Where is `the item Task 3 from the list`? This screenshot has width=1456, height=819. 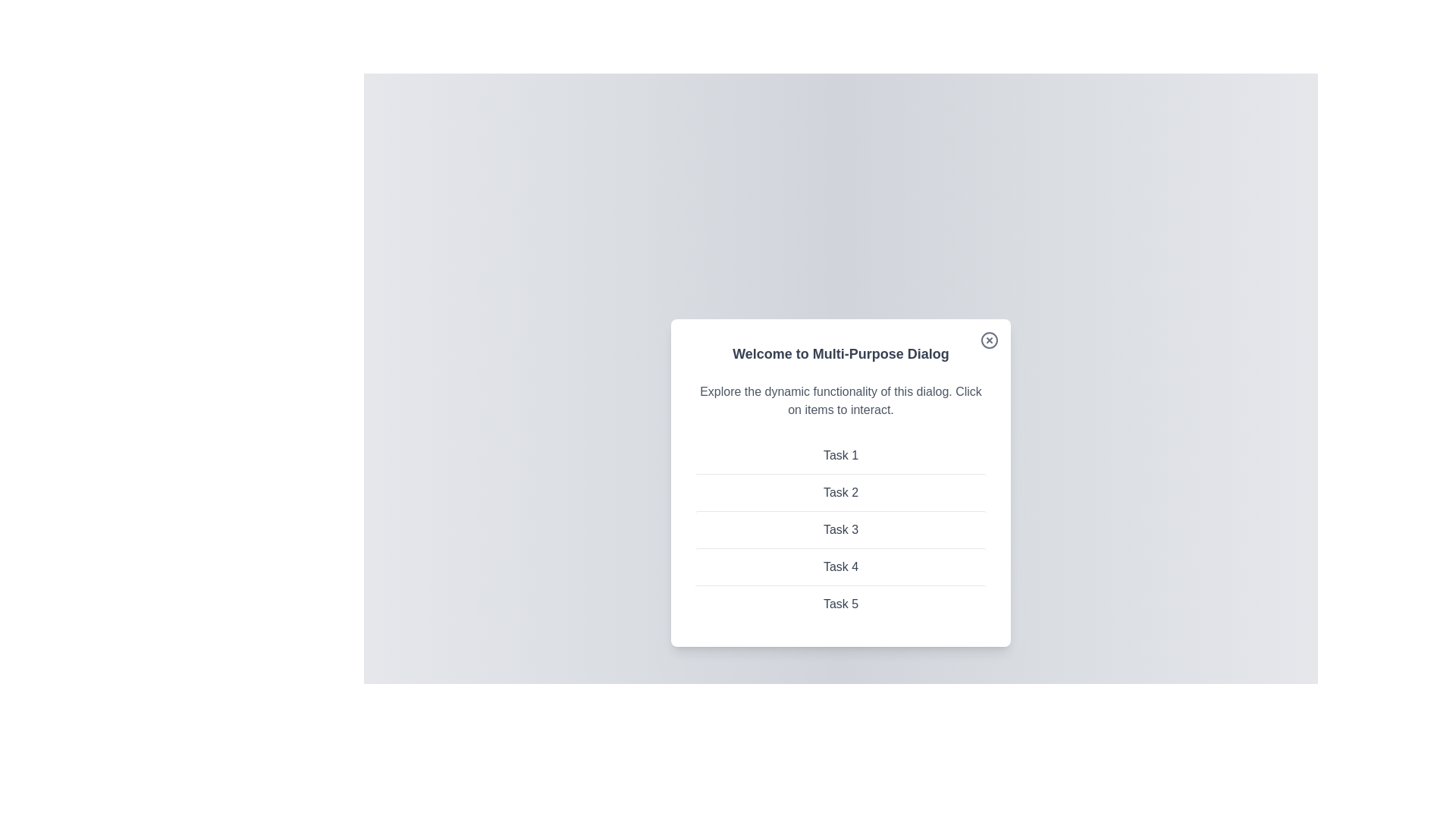
the item Task 3 from the list is located at coordinates (839, 529).